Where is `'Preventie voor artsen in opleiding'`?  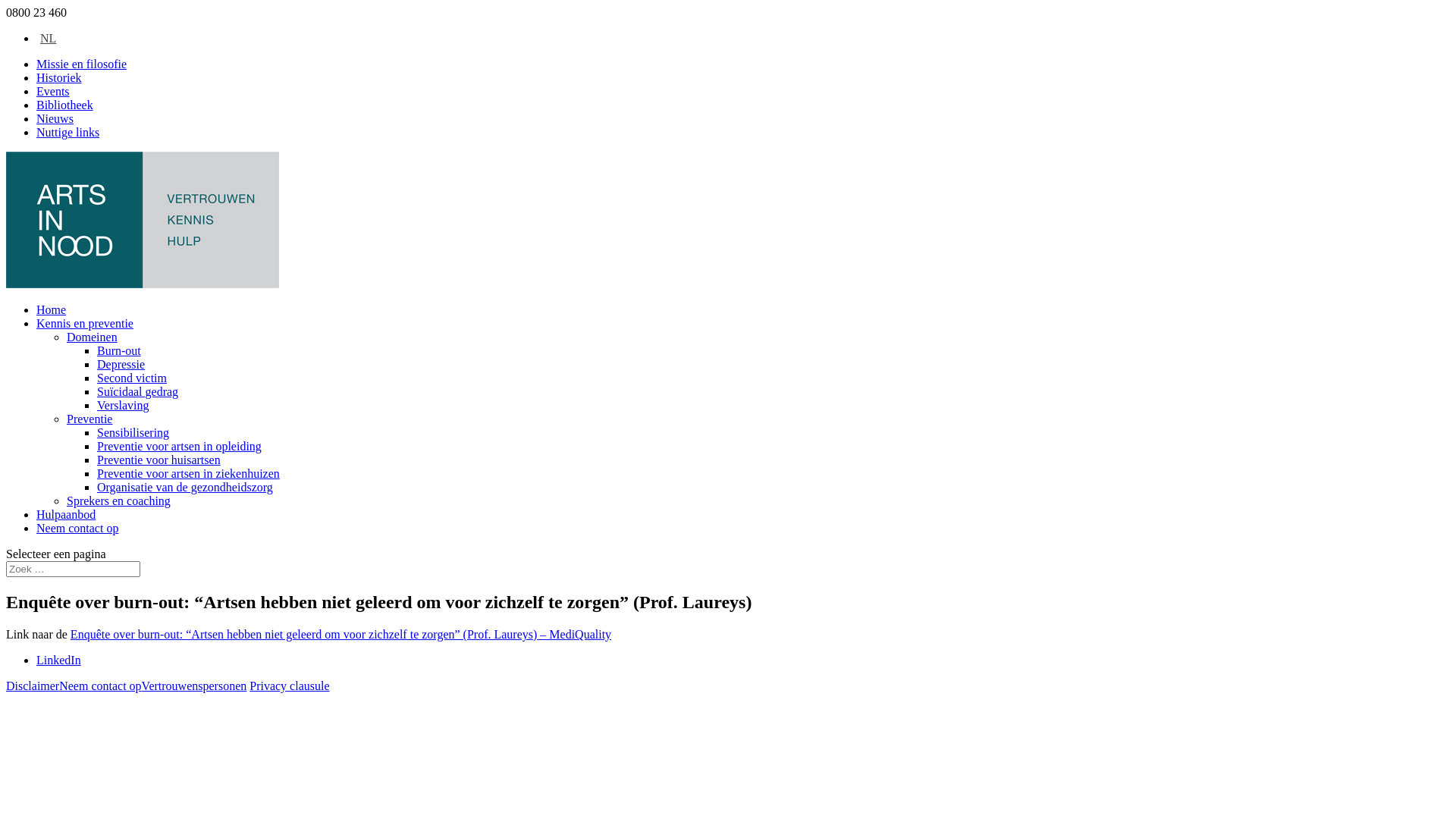 'Preventie voor artsen in opleiding' is located at coordinates (179, 445).